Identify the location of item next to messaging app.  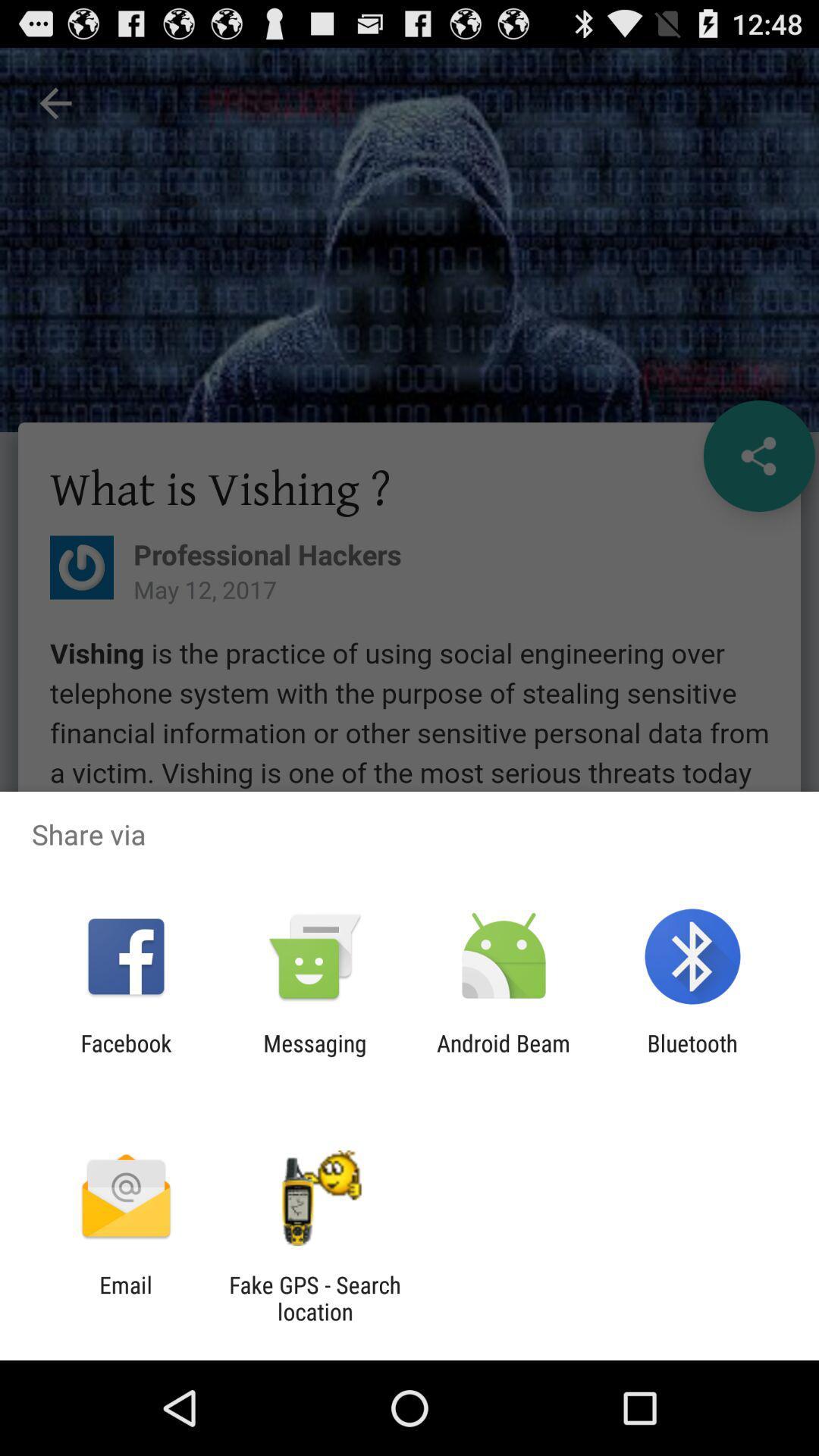
(125, 1056).